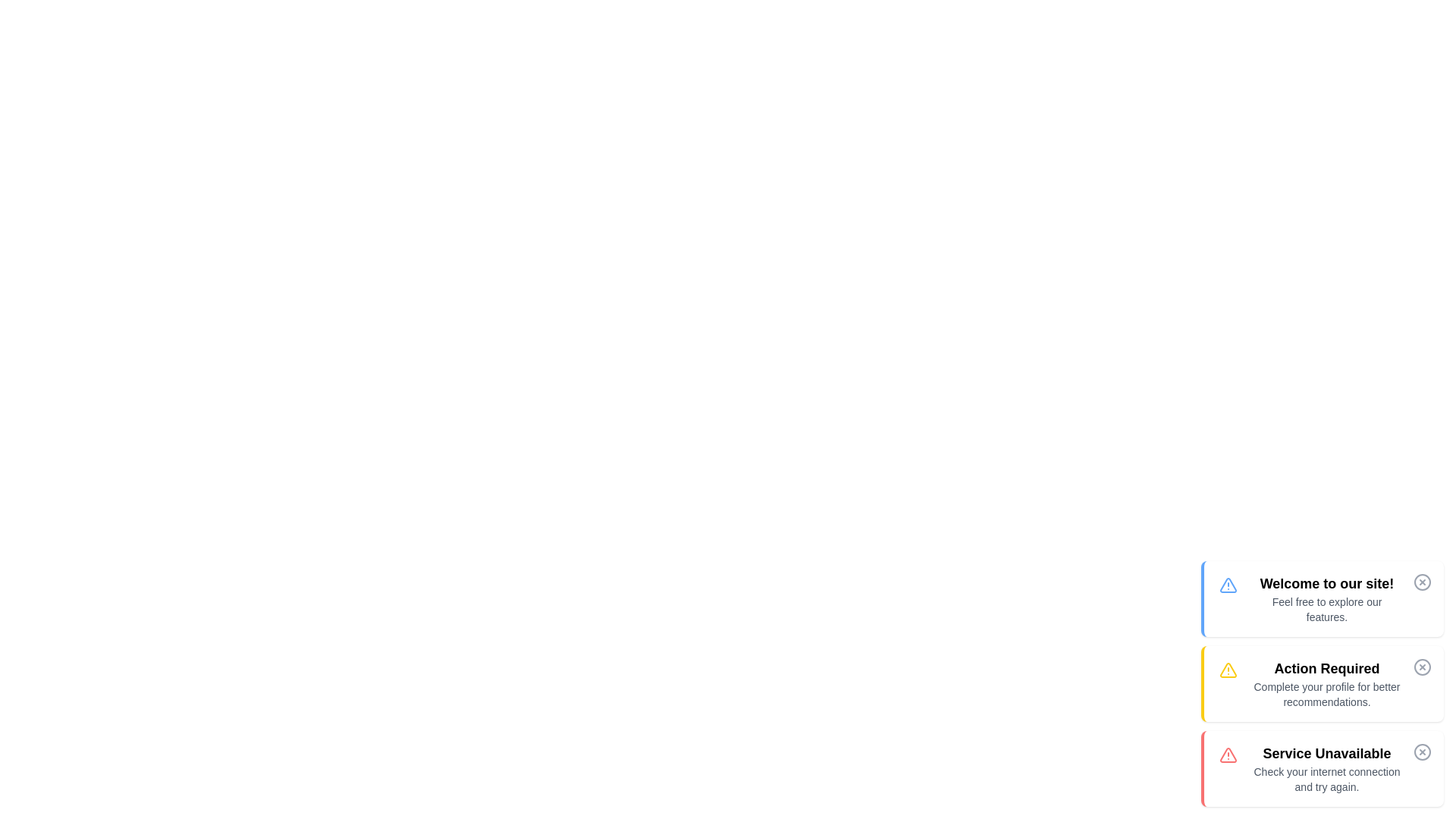 The image size is (1456, 819). What do you see at coordinates (1422, 666) in the screenshot?
I see `the close button located at the top-right corner of the 'Action Required' notification card to change its color` at bounding box center [1422, 666].